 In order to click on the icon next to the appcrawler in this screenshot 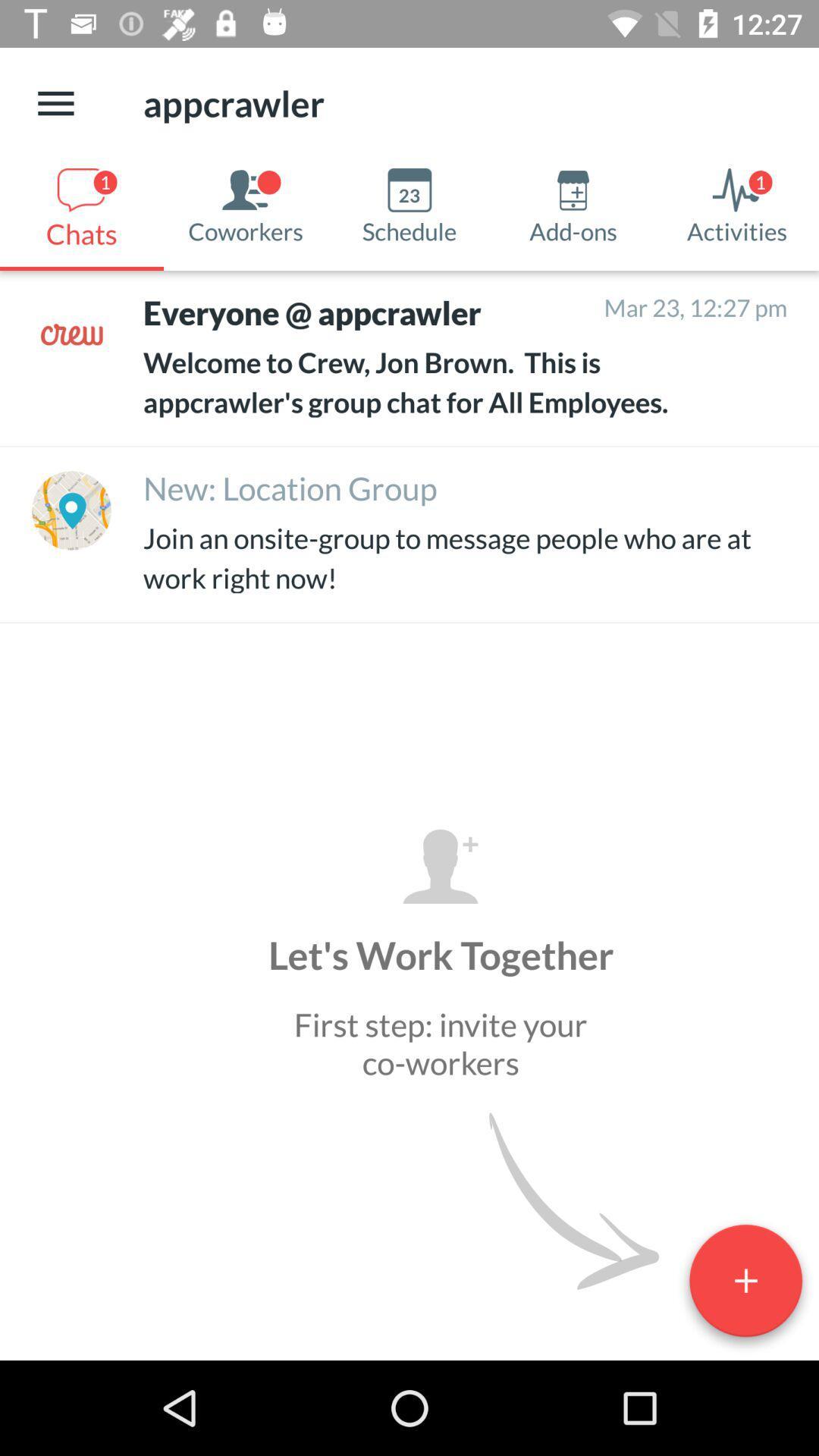, I will do `click(55, 102)`.